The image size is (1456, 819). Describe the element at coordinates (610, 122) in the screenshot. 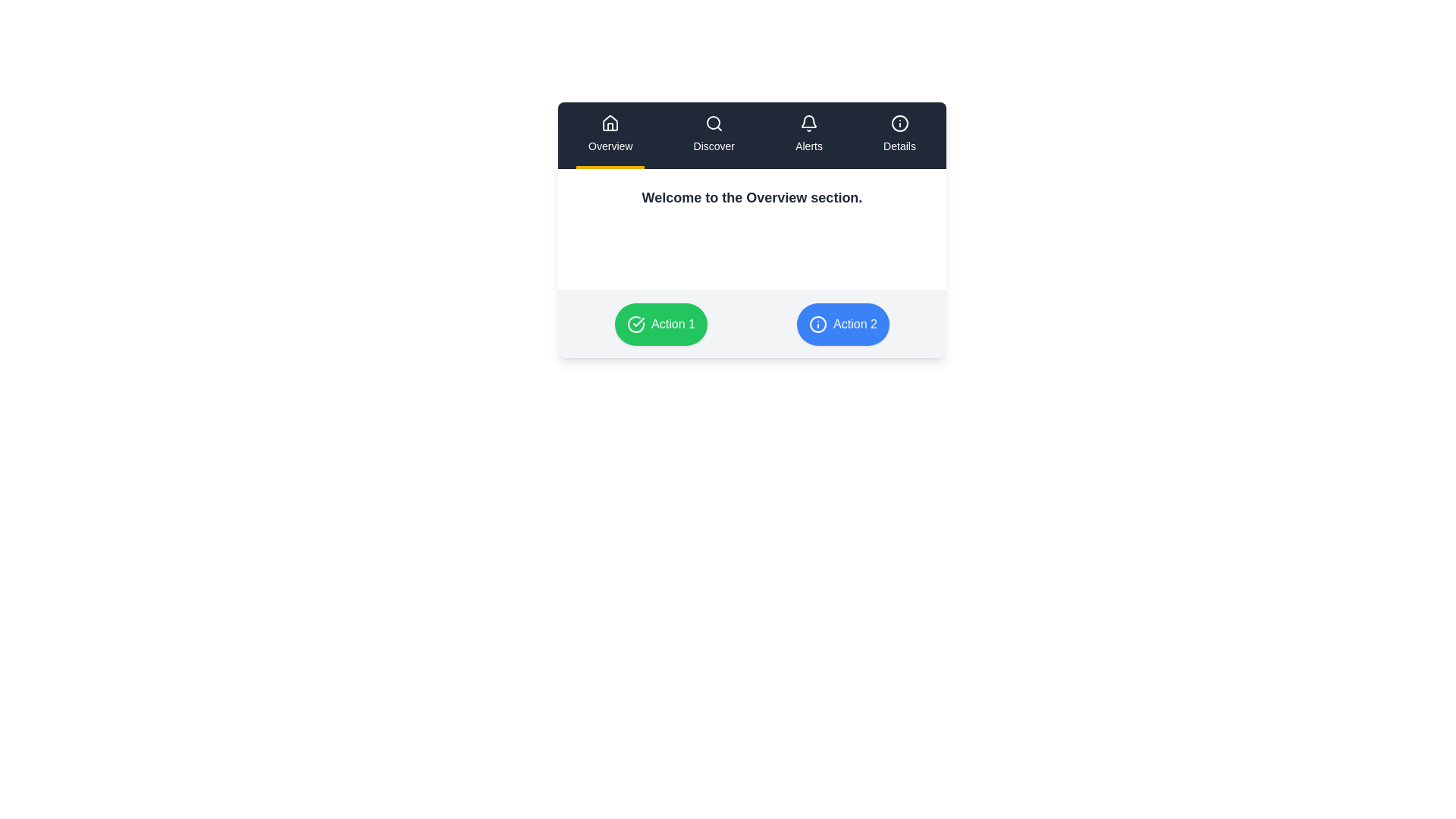

I see `the 'Overview' icon located at the top-left corner of the navigation menu bar, which visually represents the 'Overview' section of the application` at that location.